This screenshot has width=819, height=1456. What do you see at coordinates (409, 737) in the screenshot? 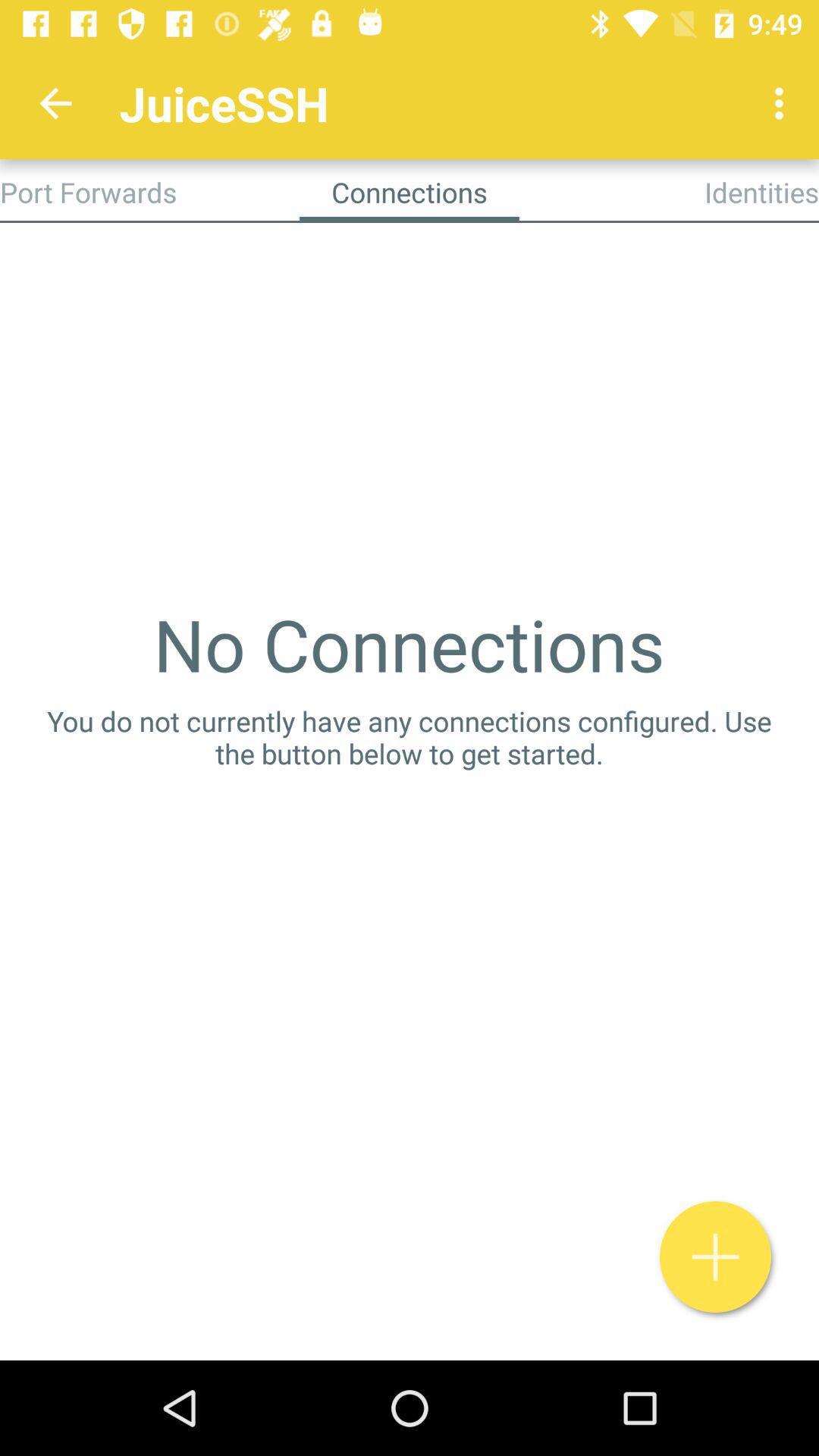
I see `the icon below no connections` at bounding box center [409, 737].